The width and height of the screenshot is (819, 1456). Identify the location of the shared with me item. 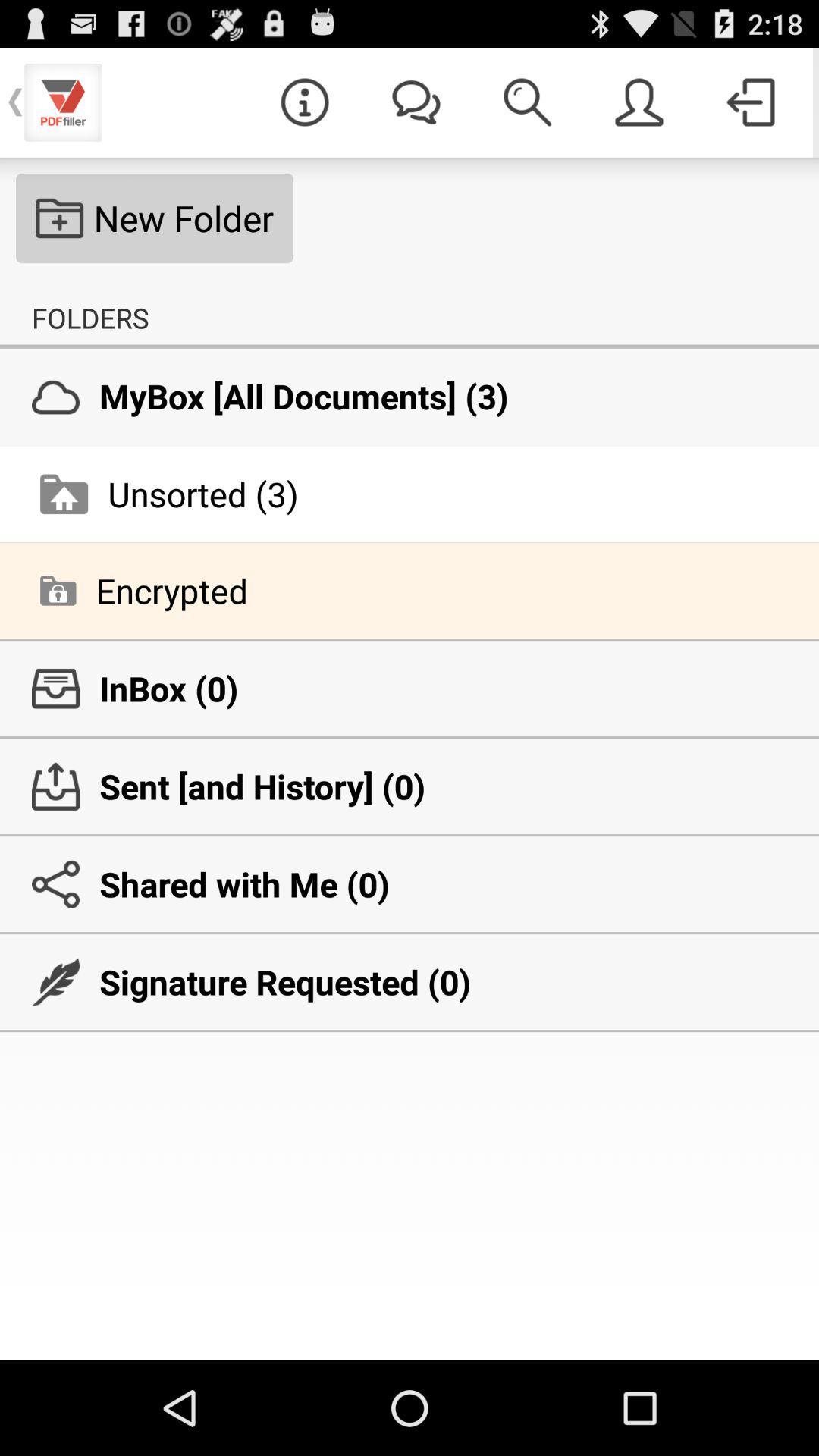
(409, 884).